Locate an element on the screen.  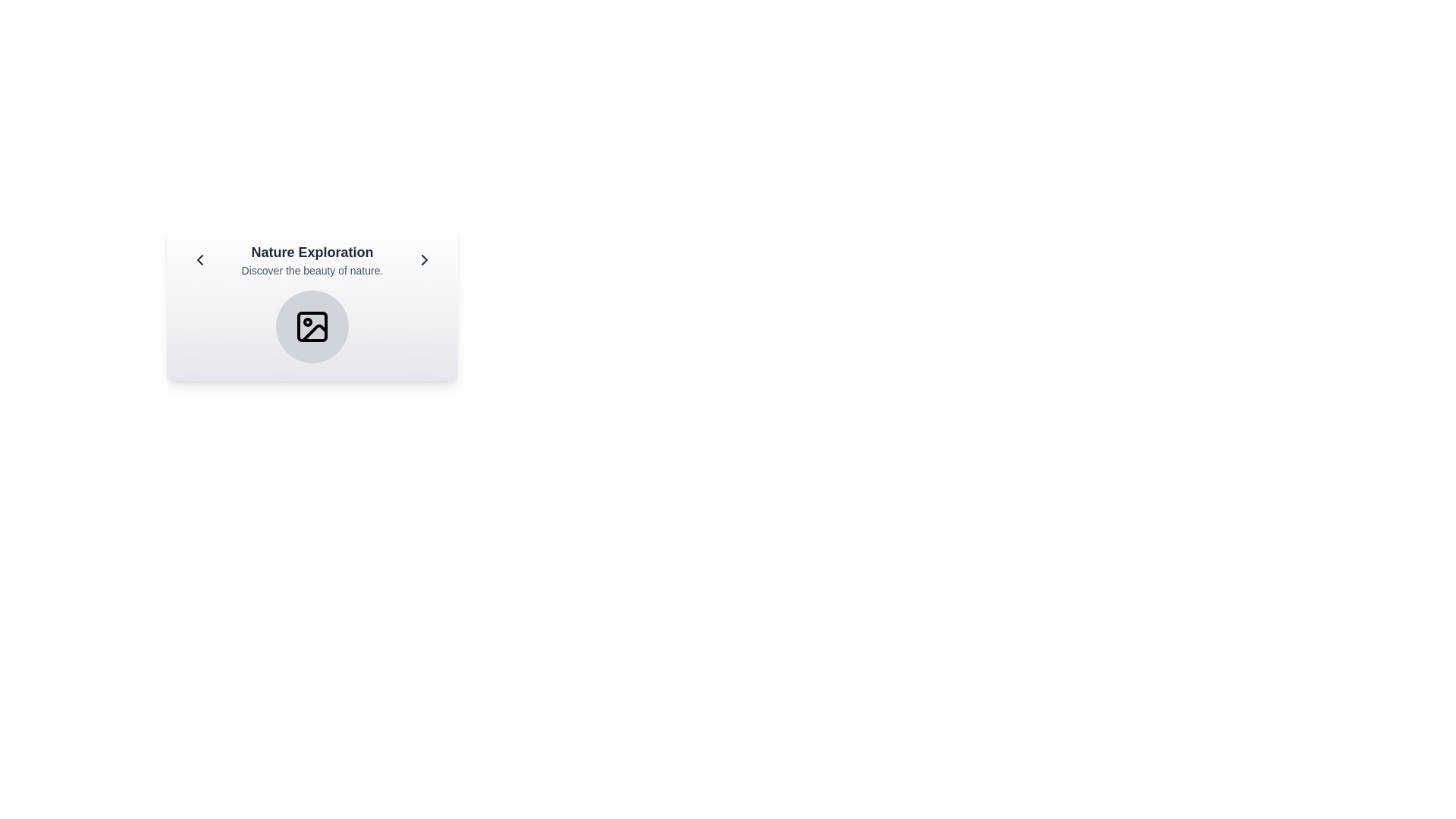
the chevron-shaped arrow icon pointing to the right, located on the right side of the 'Nature Exploration' section is located at coordinates (425, 259).